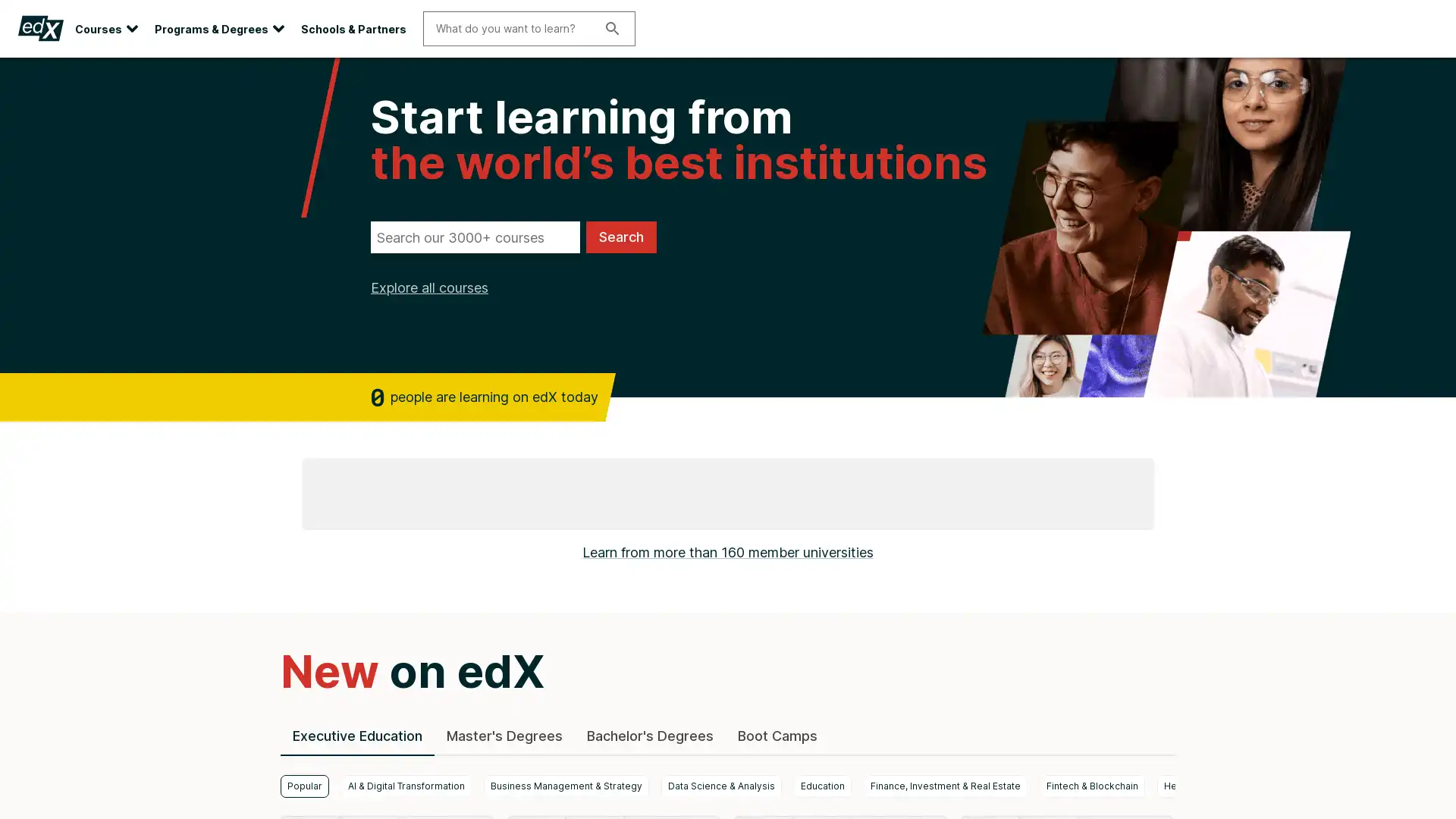 This screenshot has width=1456, height=819. I want to click on next, so click(1169, 517).